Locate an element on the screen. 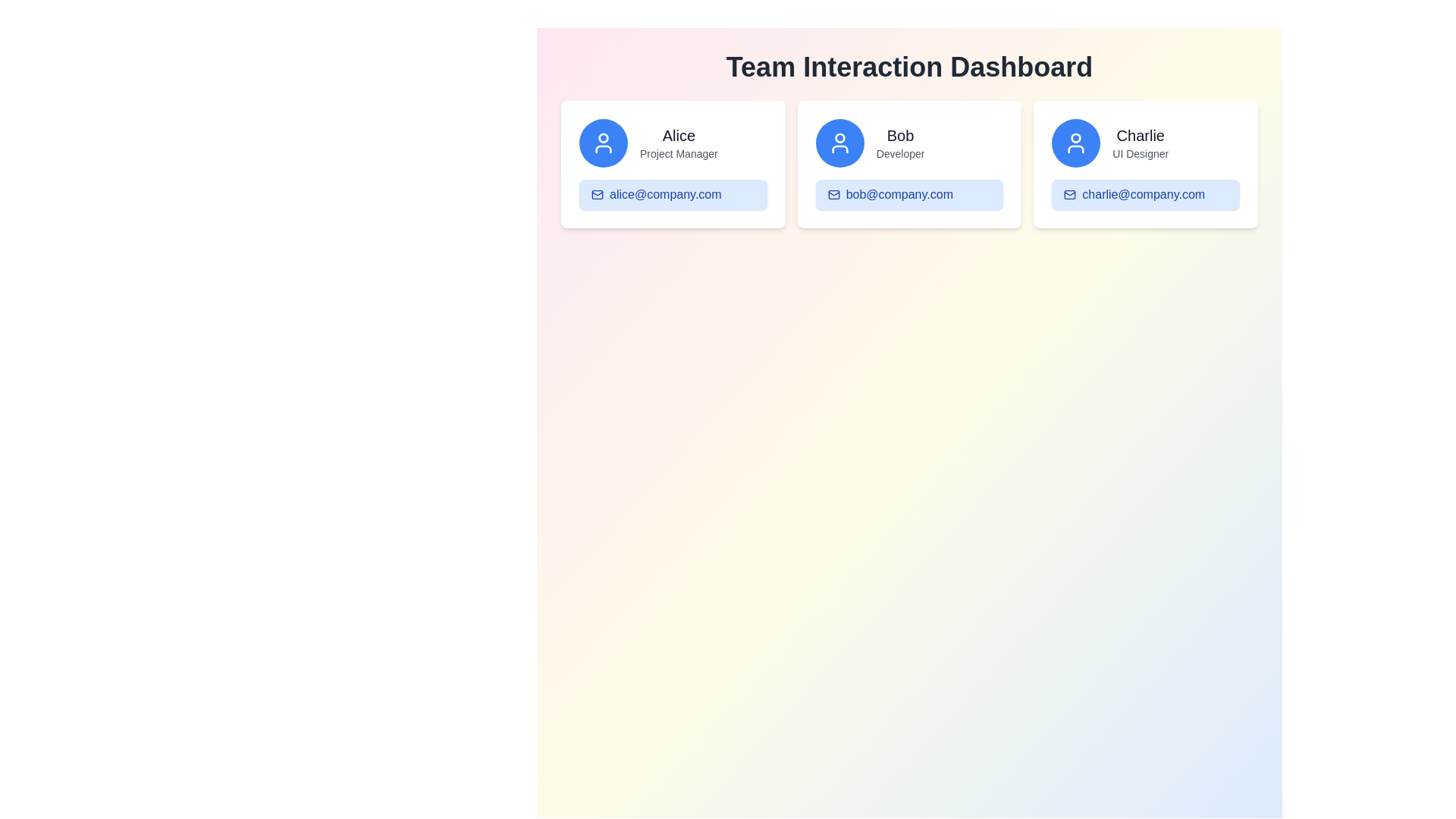  the user profile icon located is located at coordinates (1075, 143).